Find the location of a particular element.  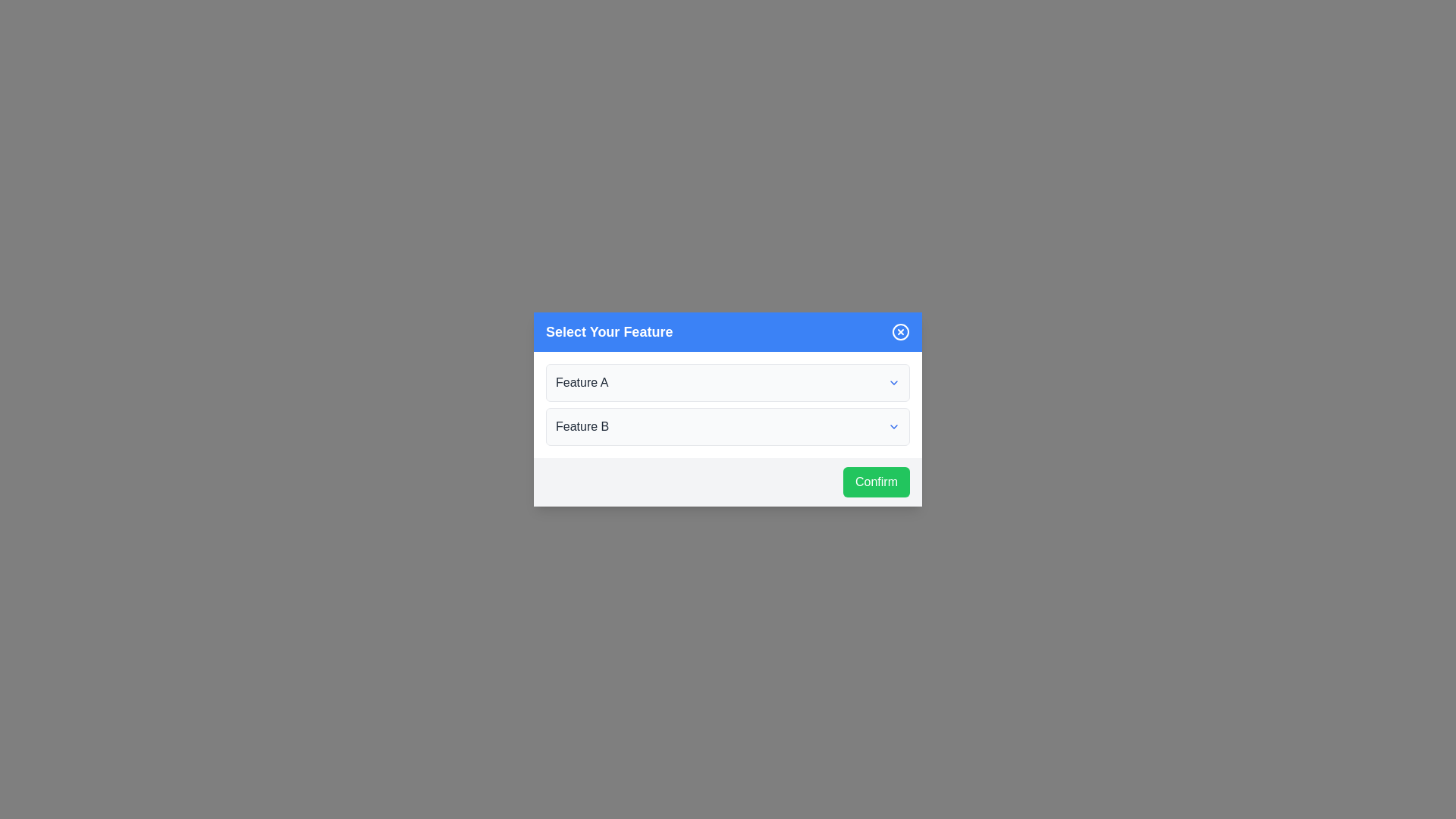

the green 'Confirm' button located in the lower-right corner of the modal dialog is located at coordinates (877, 482).